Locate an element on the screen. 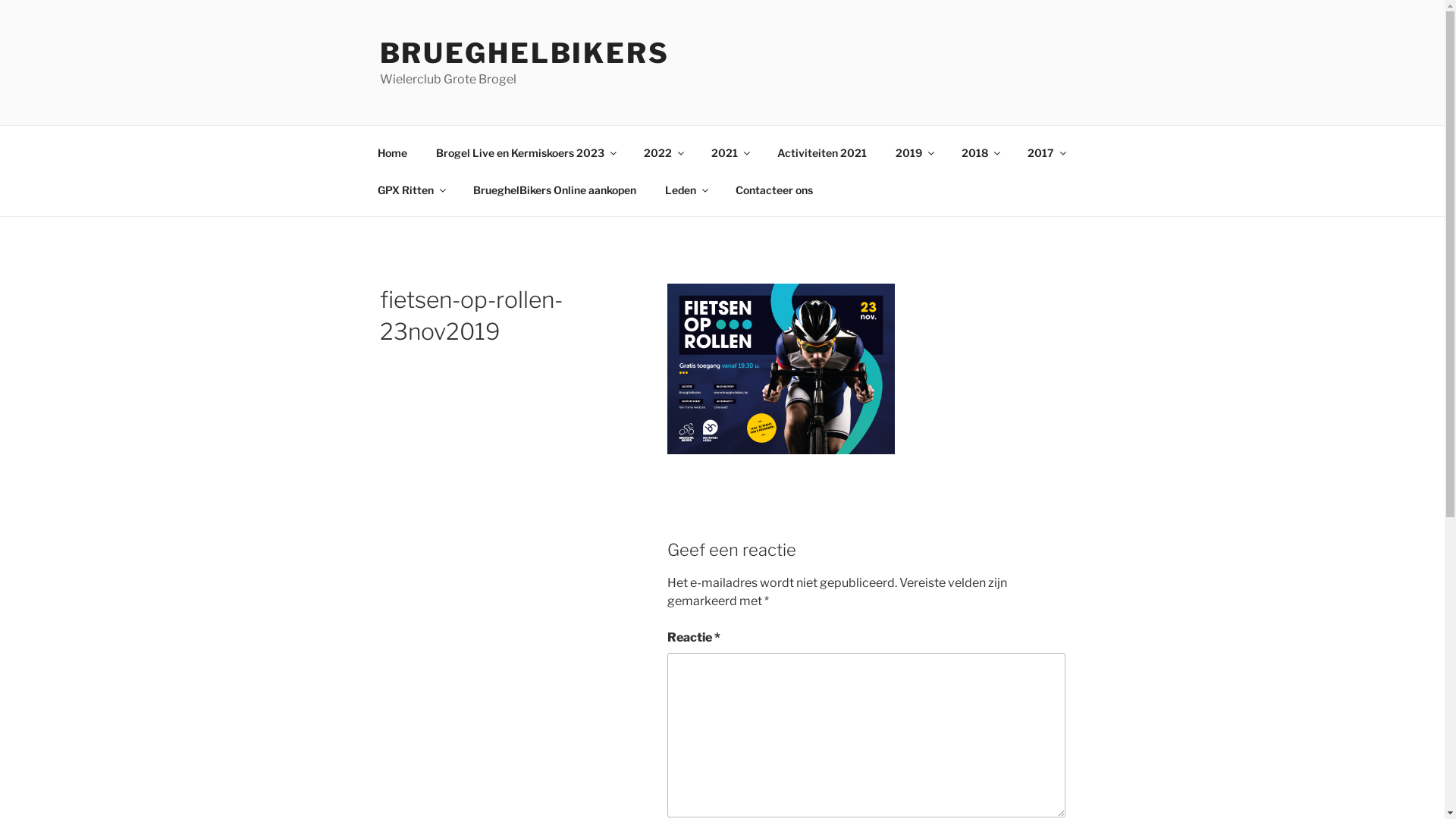 This screenshot has height=819, width=1456. 'Home' is located at coordinates (392, 152).